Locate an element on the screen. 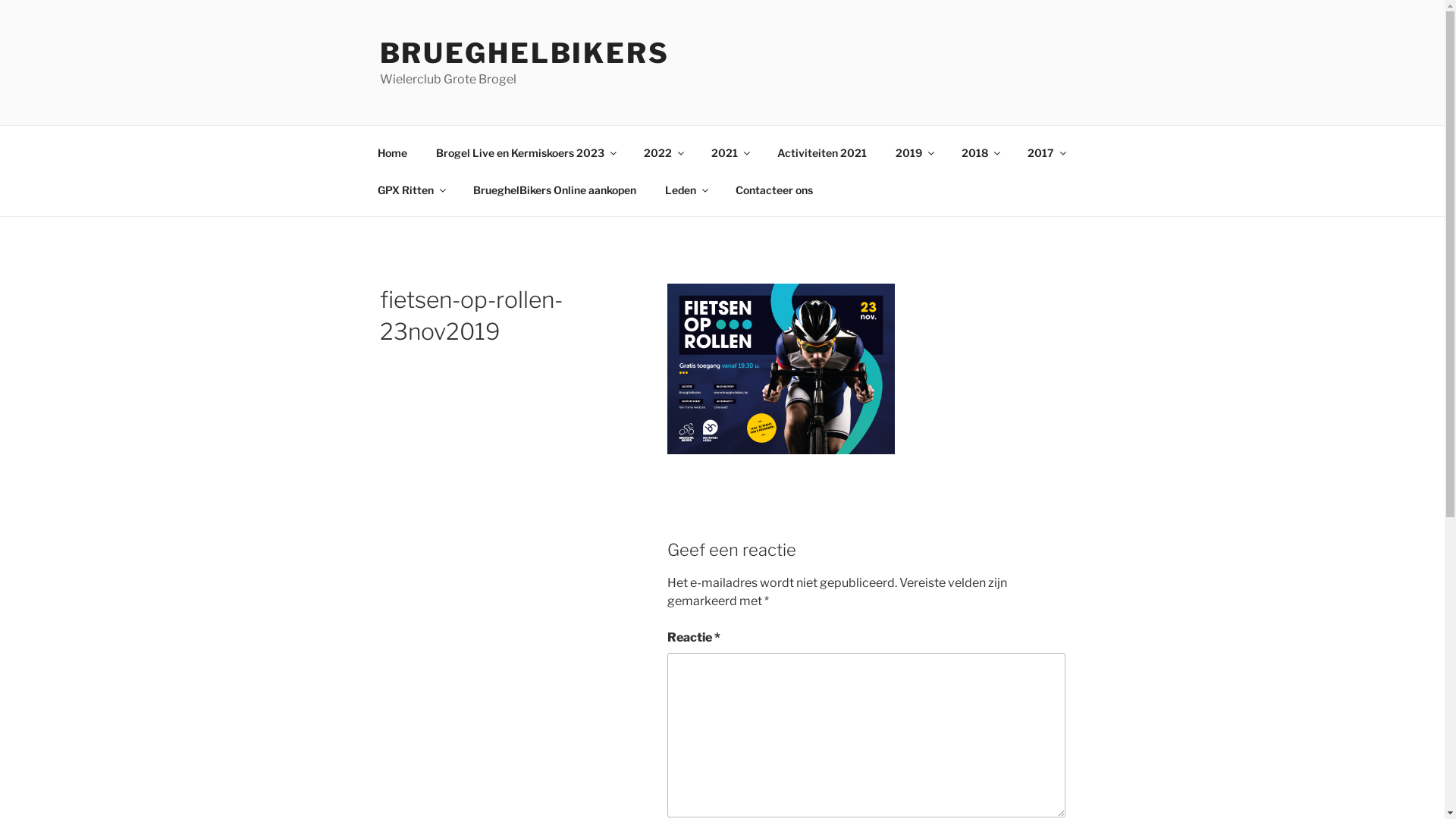 This screenshot has height=819, width=1456. 'Home' is located at coordinates (392, 152).